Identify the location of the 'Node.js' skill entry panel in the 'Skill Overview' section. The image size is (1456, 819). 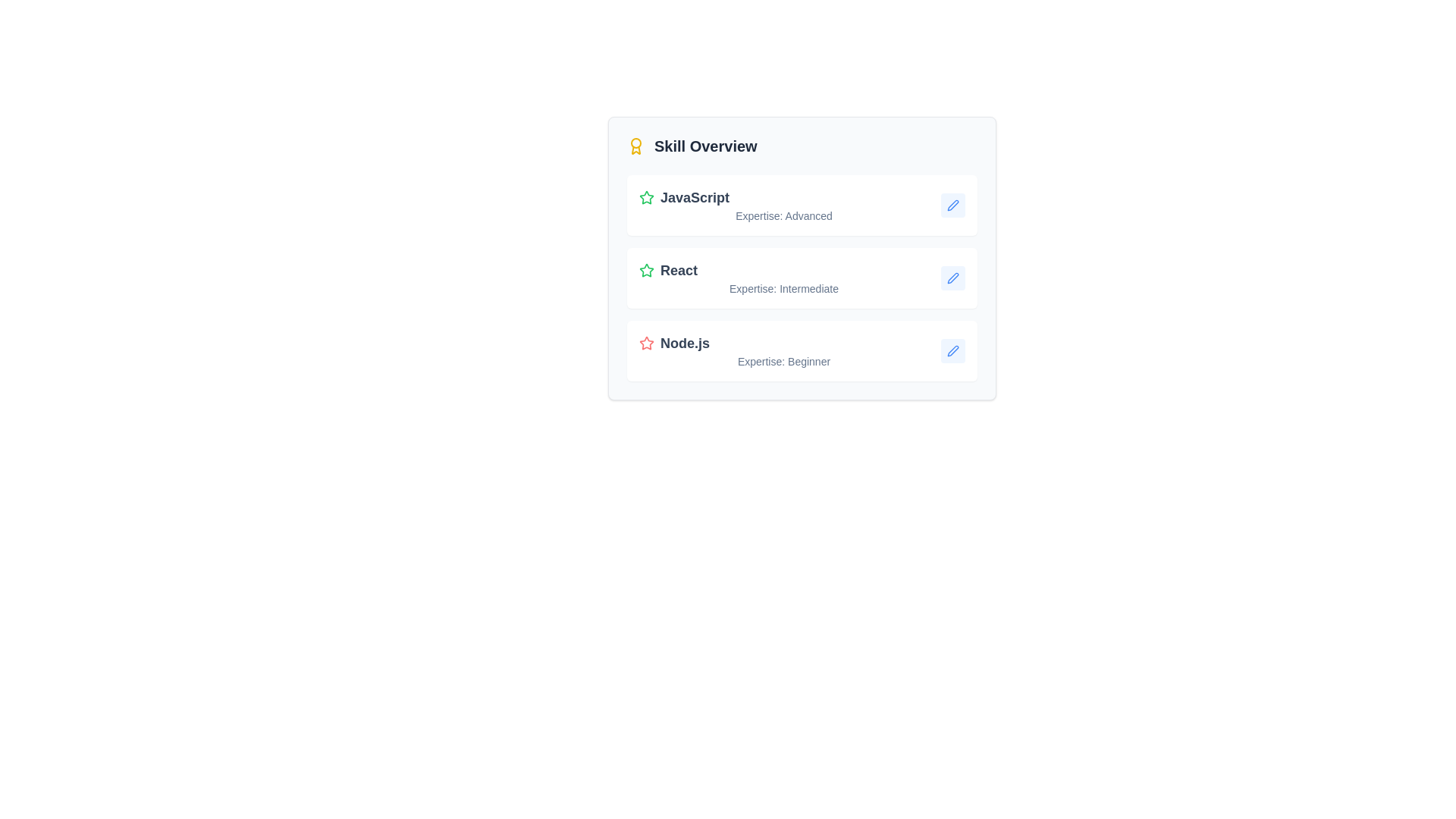
(801, 350).